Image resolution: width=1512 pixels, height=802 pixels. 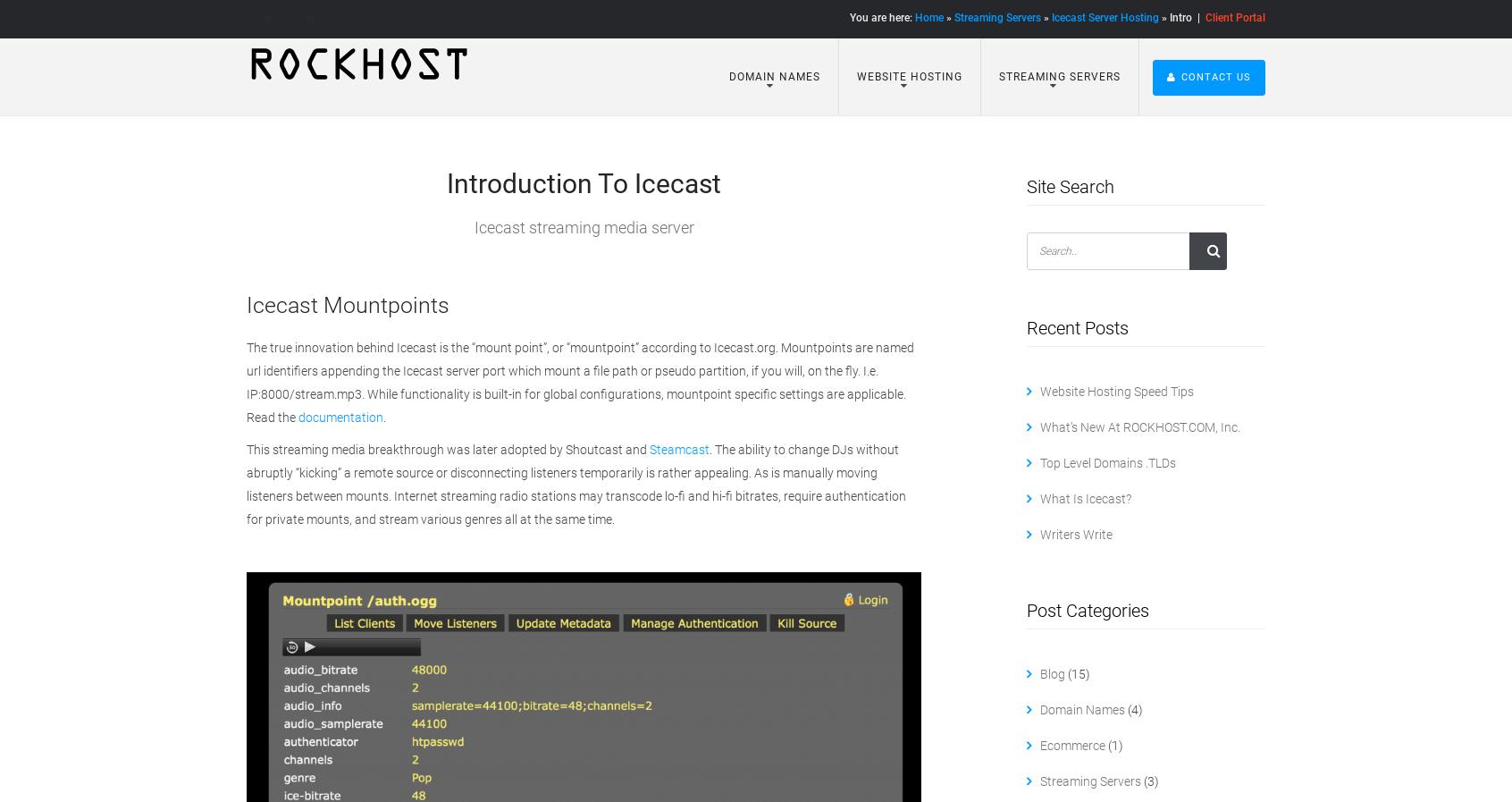 I want to click on 'Ecommerce', so click(x=1071, y=746).